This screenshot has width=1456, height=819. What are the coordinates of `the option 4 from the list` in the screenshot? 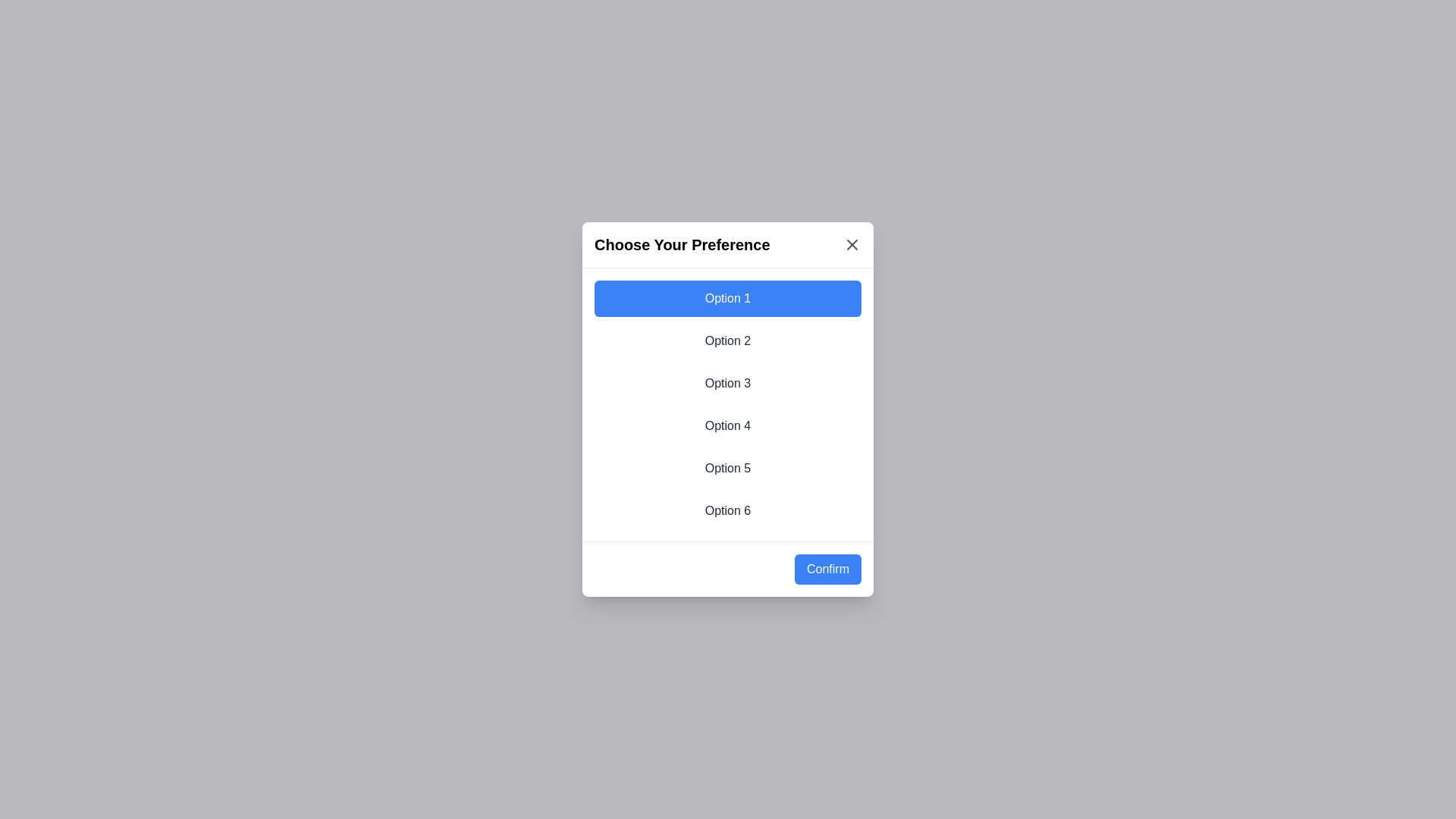 It's located at (728, 426).